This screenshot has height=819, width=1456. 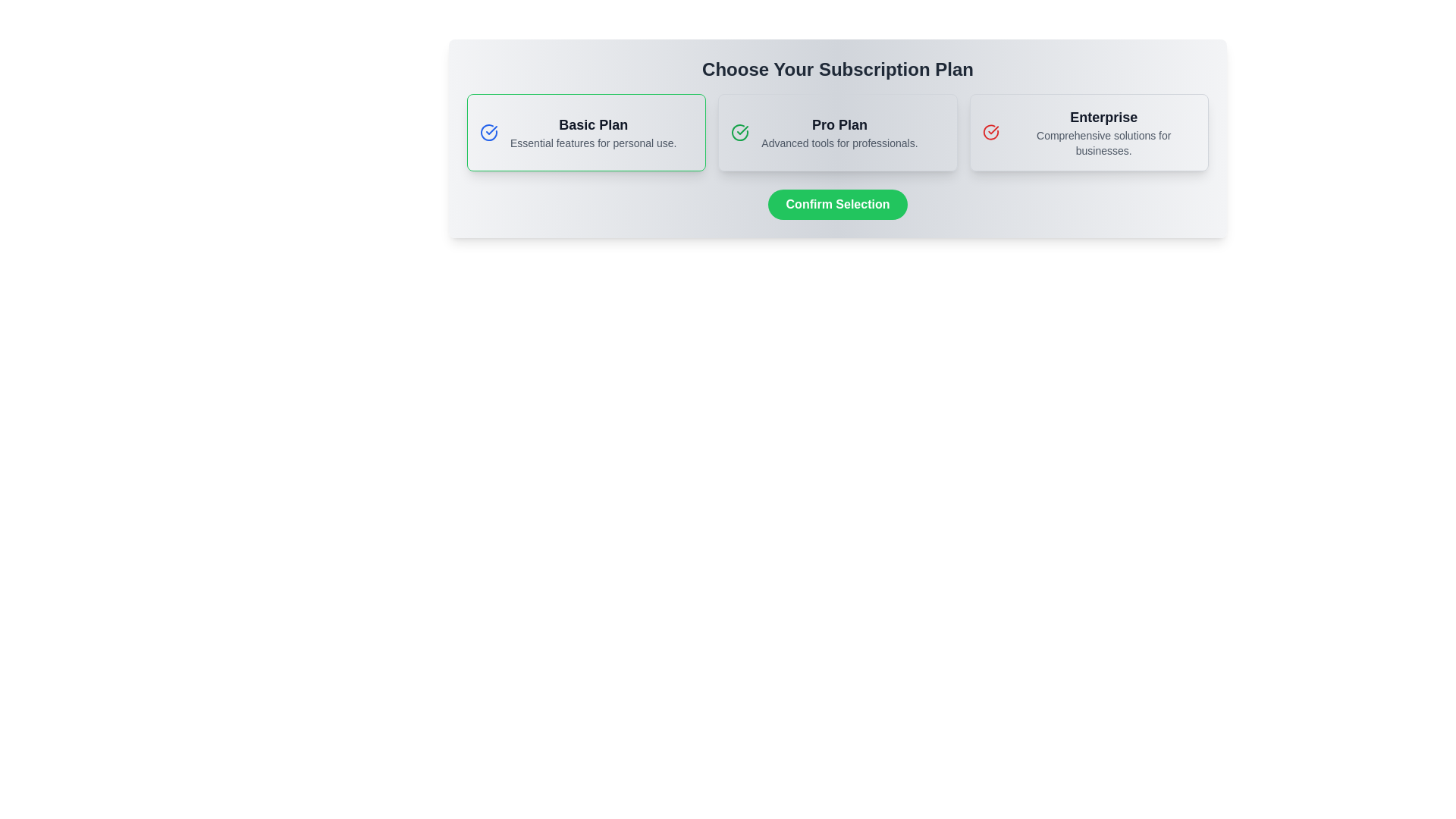 What do you see at coordinates (836, 205) in the screenshot?
I see `the confirmation button for the subscription plan` at bounding box center [836, 205].